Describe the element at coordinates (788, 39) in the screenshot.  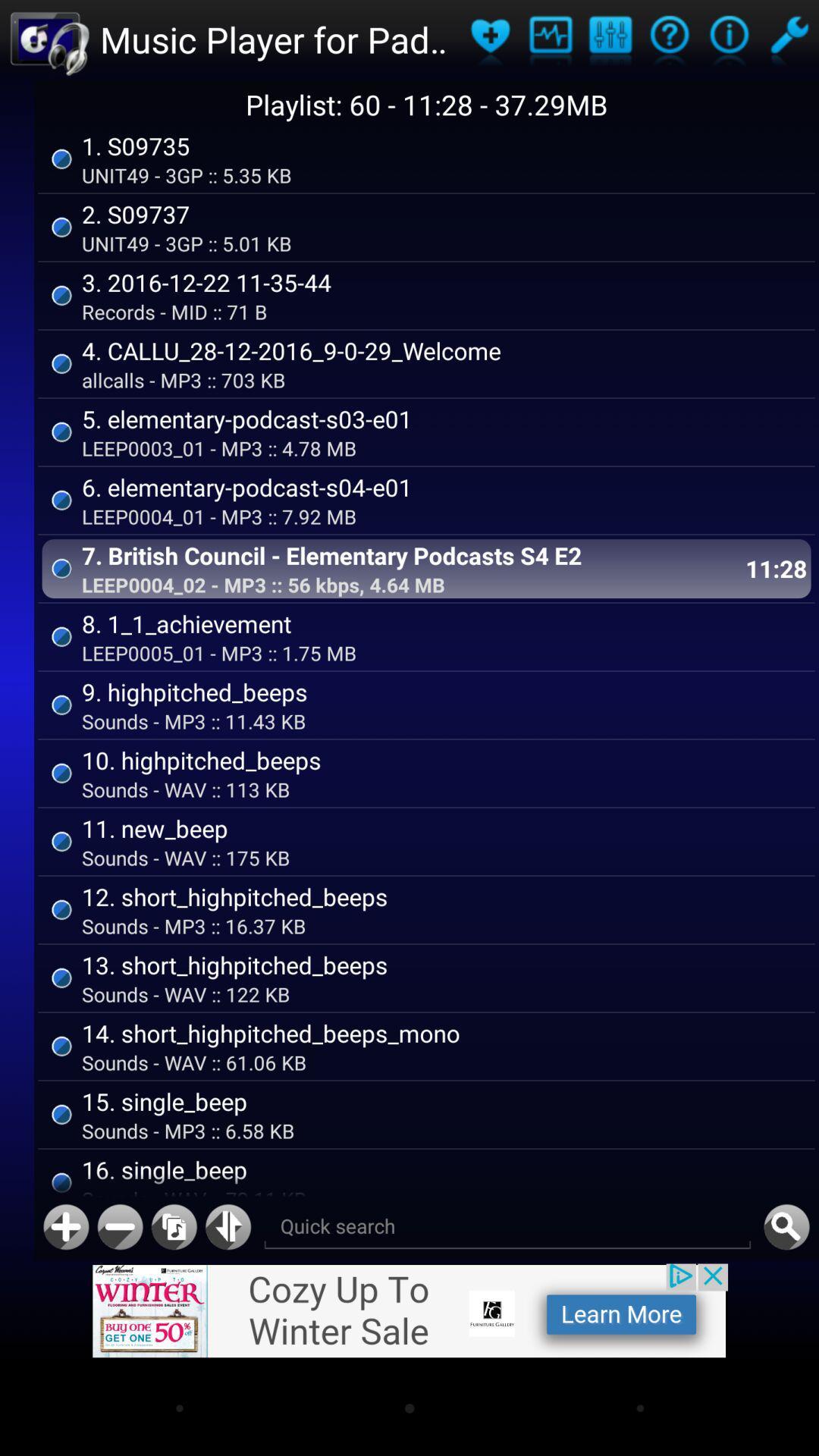
I see `setting option` at that location.